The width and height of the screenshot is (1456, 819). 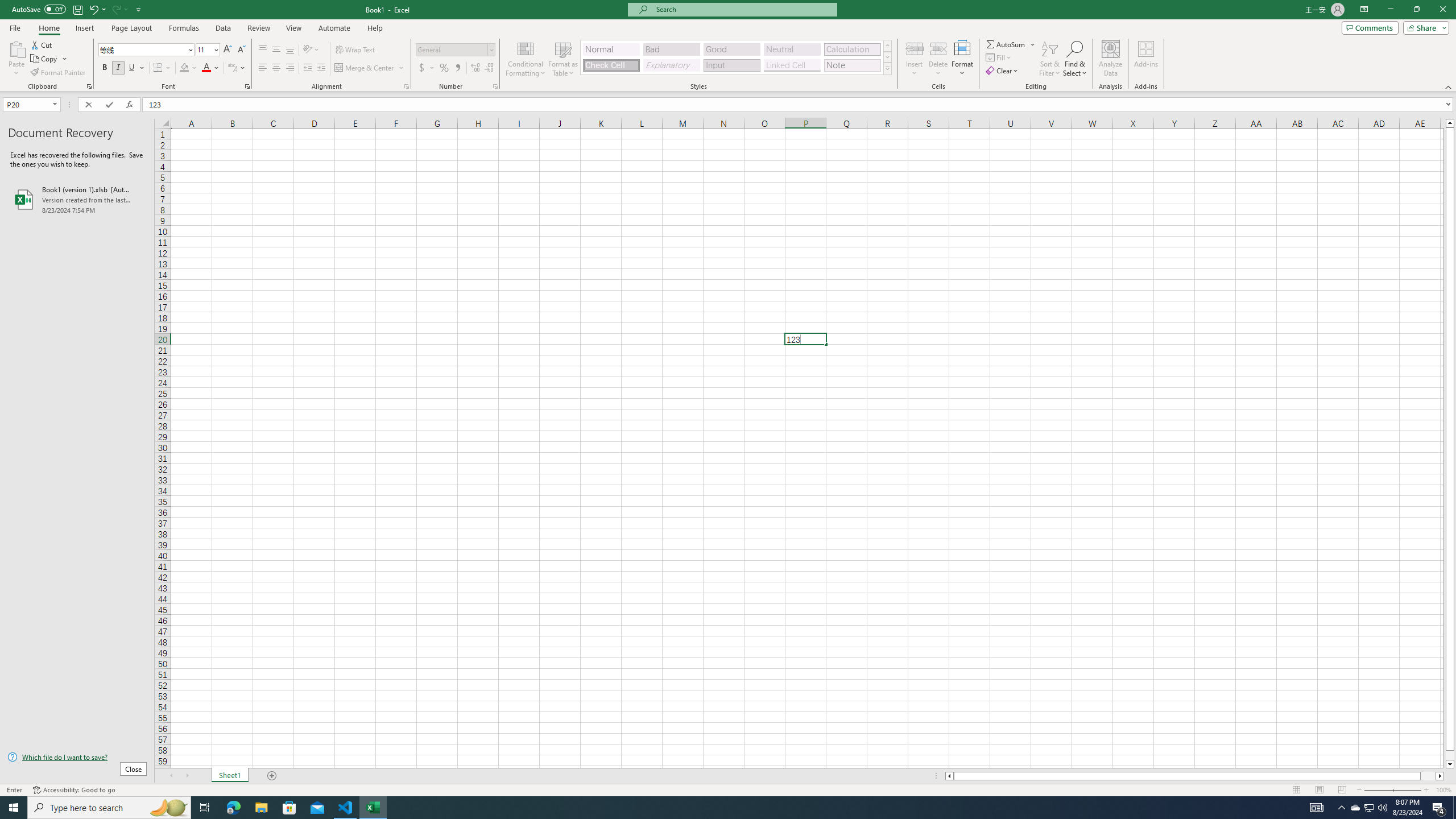 I want to click on 'Check Cell', so click(x=611, y=65).